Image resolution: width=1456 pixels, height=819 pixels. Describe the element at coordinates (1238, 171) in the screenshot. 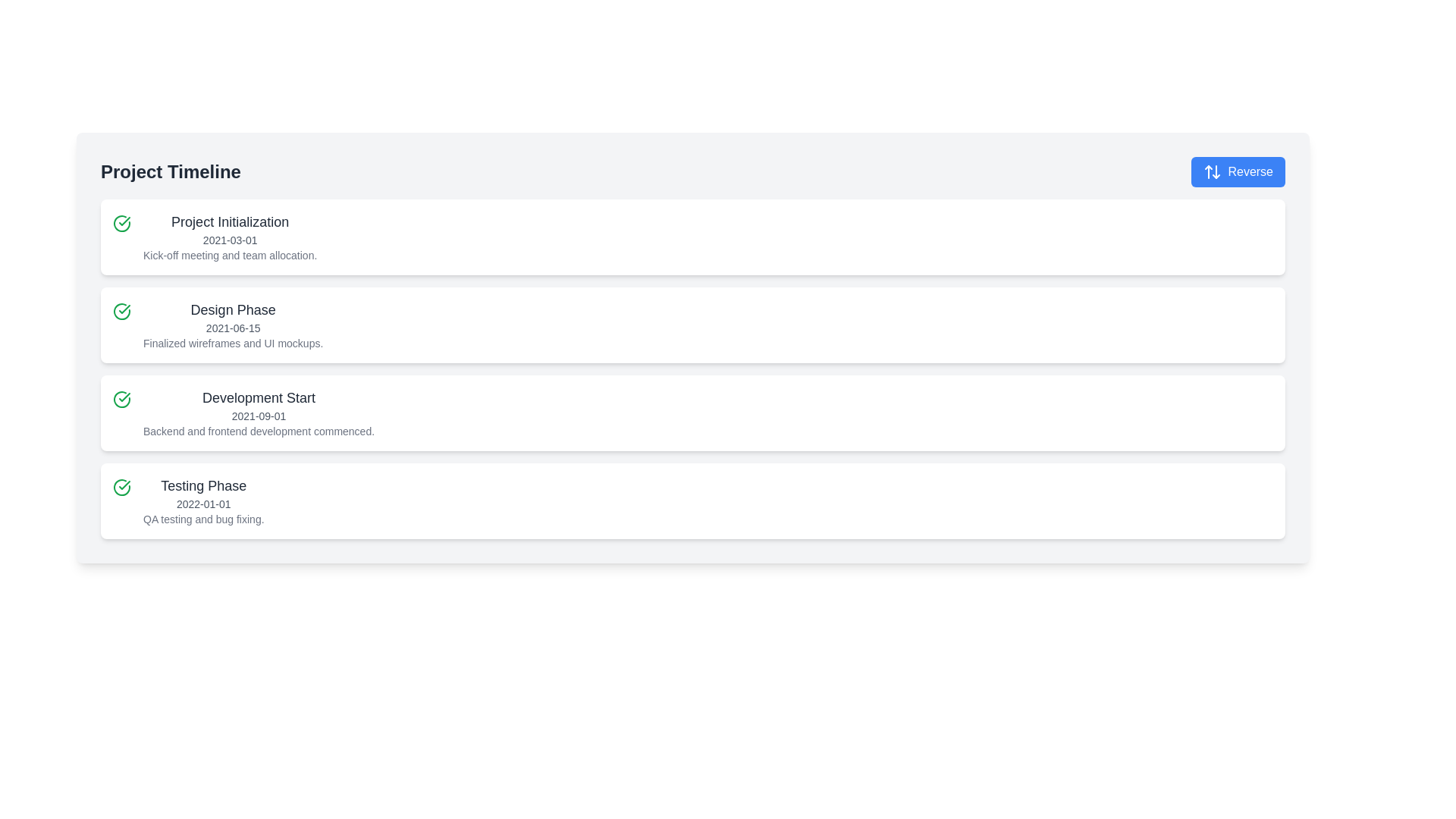

I see `the button that toggles the order of items in the Project Timeline` at that location.